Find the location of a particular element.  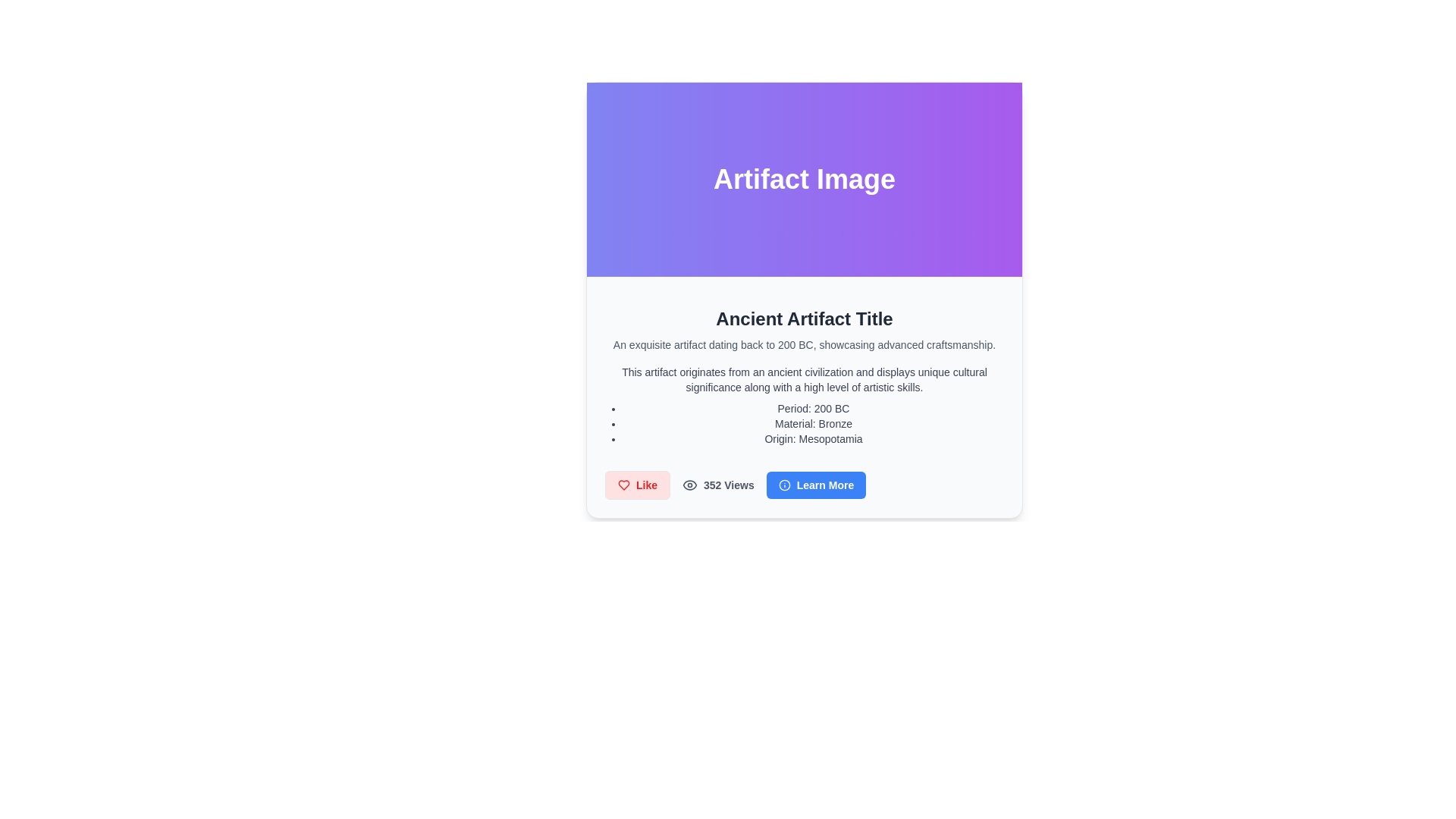

the text element reading 'Origin: Mesopotamia,' which is the third item in a bulleted list about an artifact, positioned below 'Material: Bronze.' is located at coordinates (813, 438).